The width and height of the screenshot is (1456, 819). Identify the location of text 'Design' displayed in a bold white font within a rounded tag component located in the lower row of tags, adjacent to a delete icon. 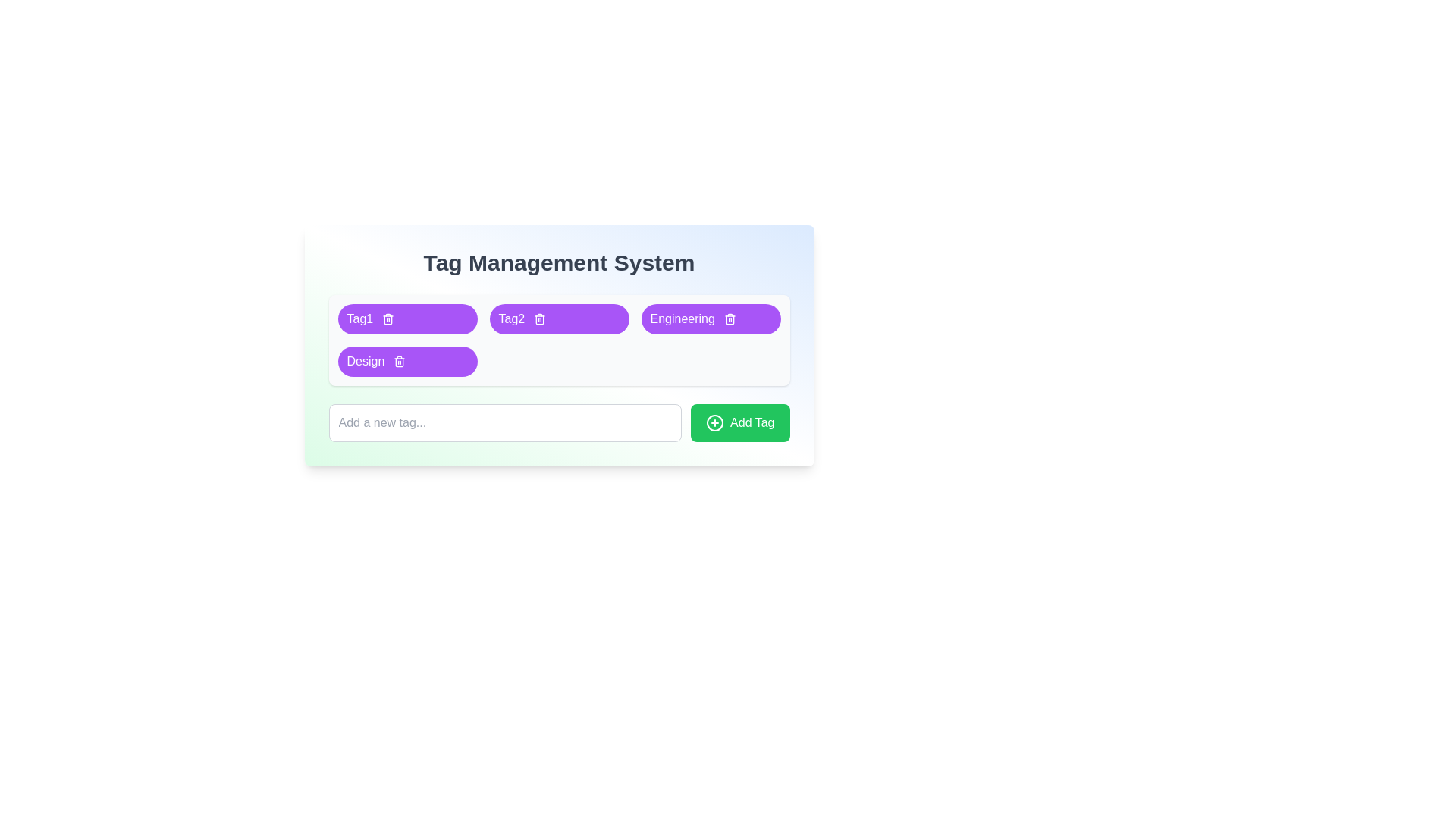
(366, 362).